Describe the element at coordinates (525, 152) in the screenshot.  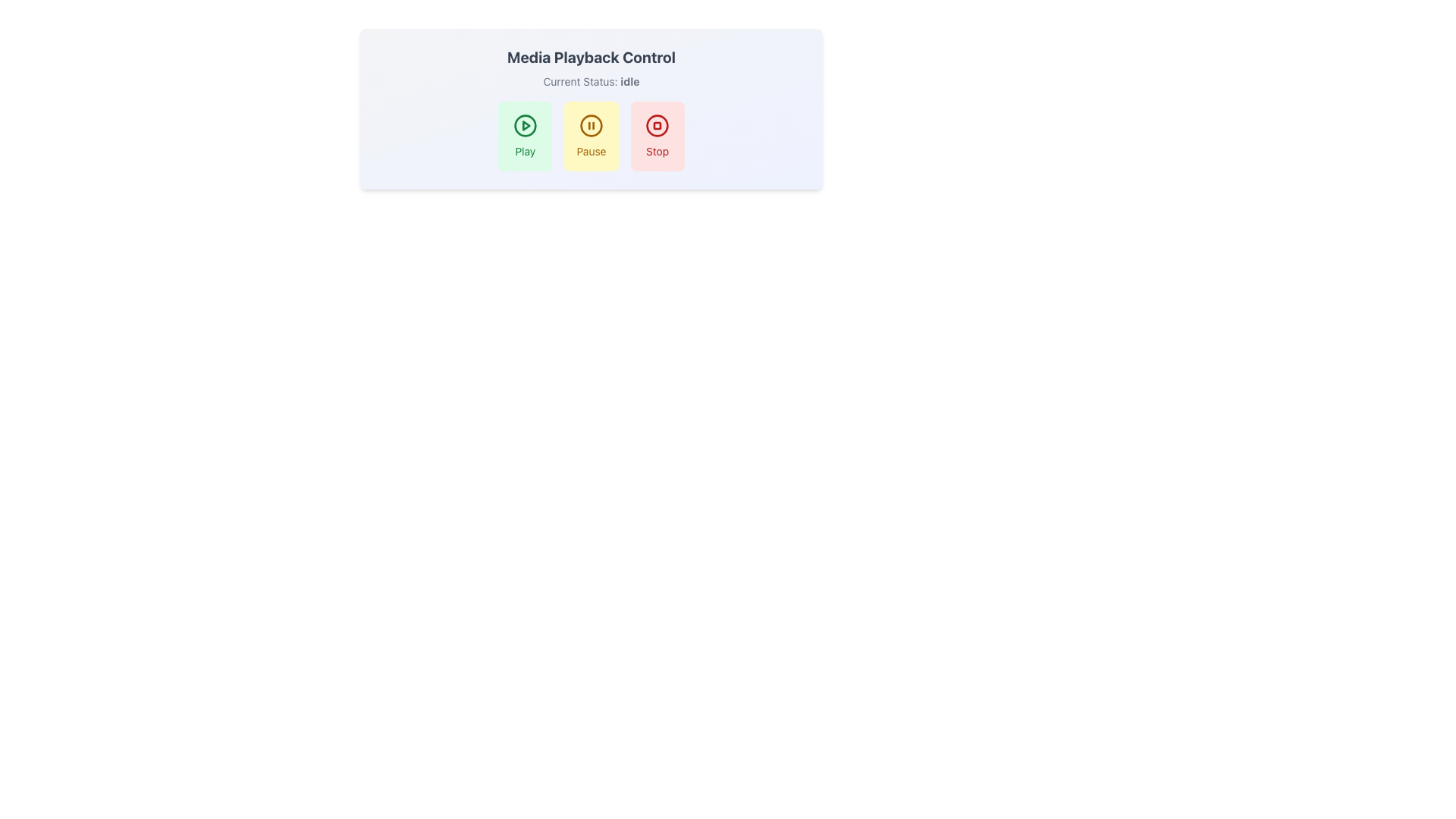
I see `the descriptive text label indicating the 'Play' action, which is part of a green button located to the left of the 'Pause' and 'Stop' buttons` at that location.